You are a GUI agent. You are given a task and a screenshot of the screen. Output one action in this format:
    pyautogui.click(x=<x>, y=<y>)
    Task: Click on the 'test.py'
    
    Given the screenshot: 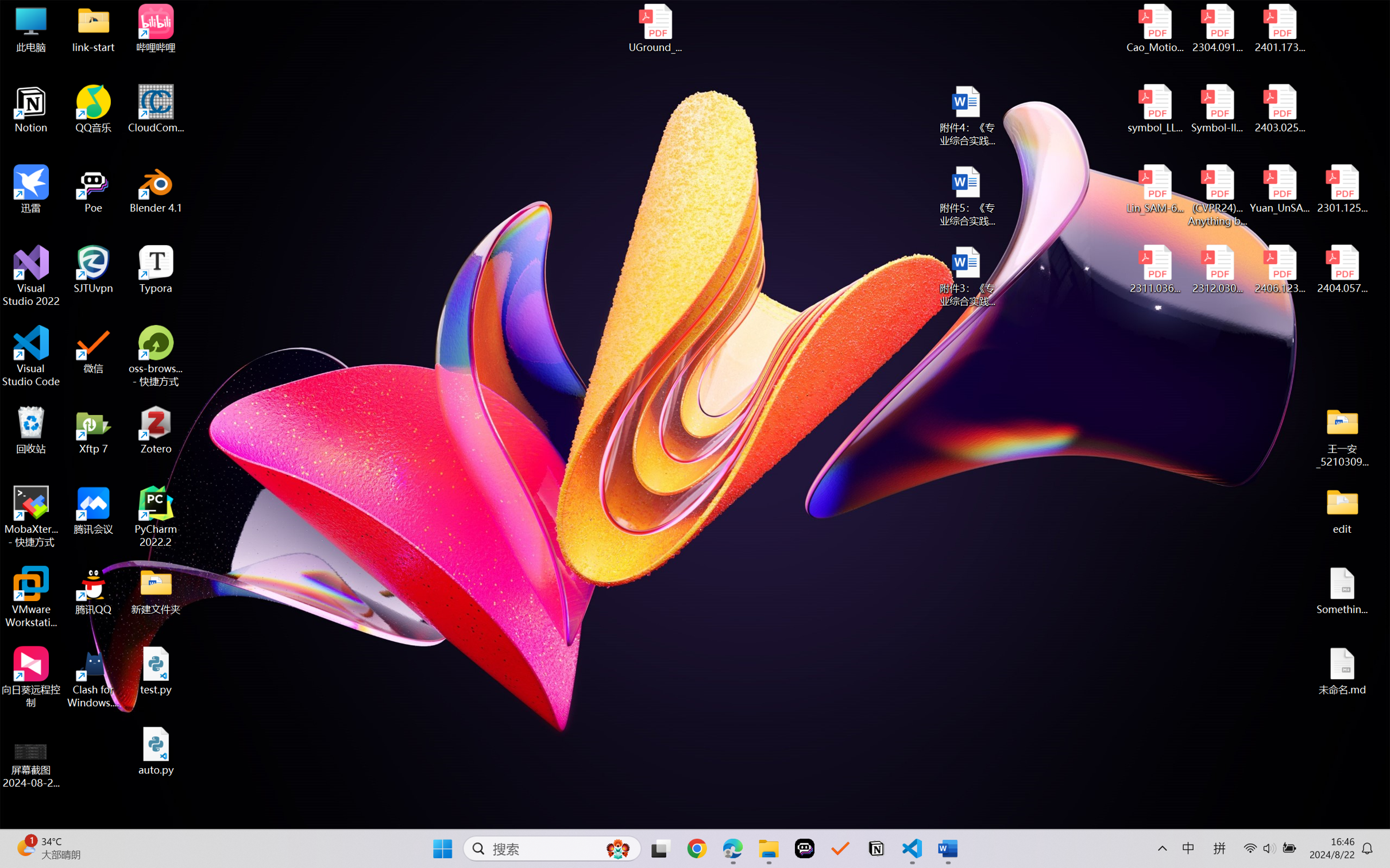 What is the action you would take?
    pyautogui.click(x=156, y=670)
    